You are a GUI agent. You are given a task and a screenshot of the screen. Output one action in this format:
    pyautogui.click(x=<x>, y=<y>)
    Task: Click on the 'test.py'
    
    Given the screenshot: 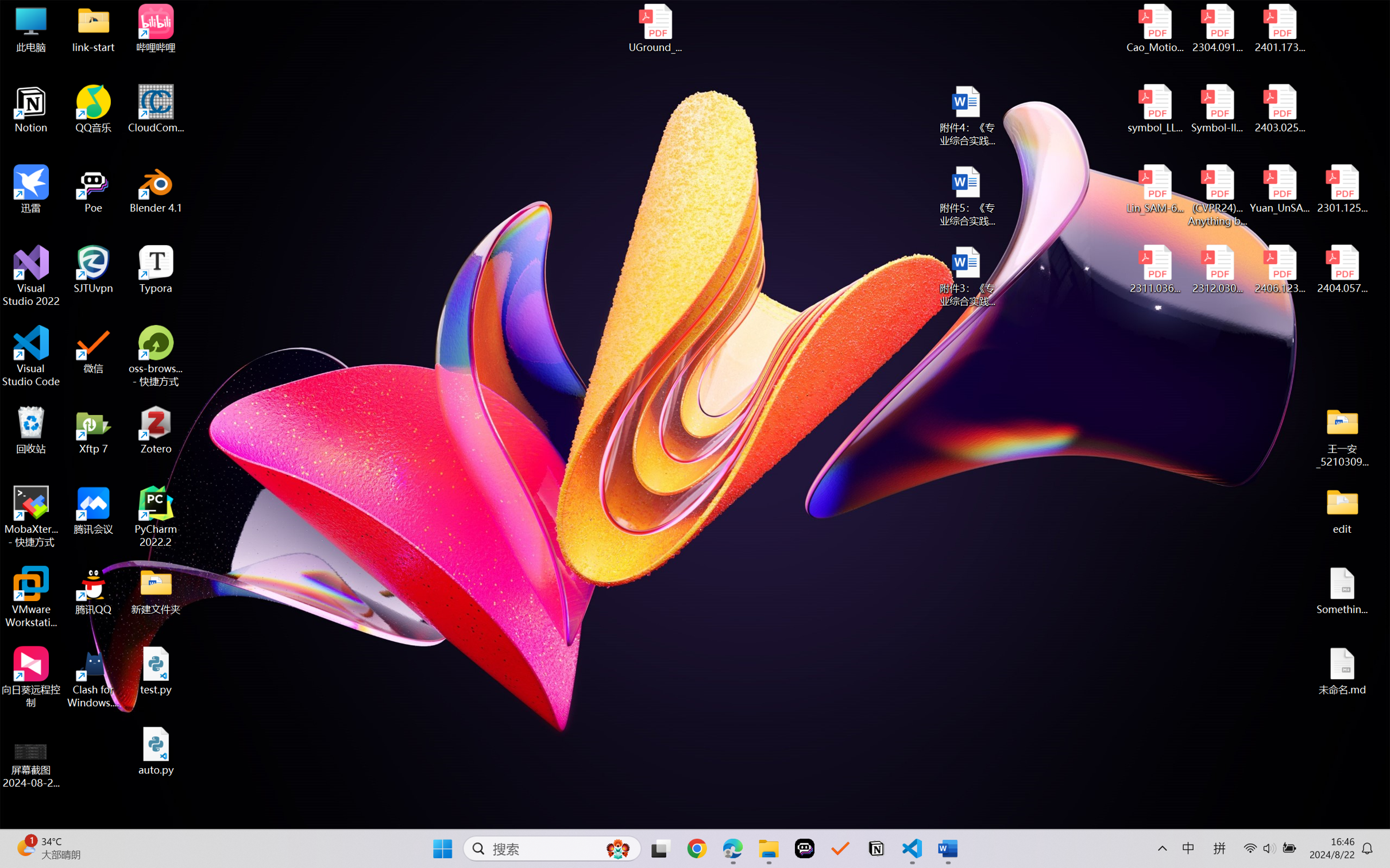 What is the action you would take?
    pyautogui.click(x=156, y=670)
    